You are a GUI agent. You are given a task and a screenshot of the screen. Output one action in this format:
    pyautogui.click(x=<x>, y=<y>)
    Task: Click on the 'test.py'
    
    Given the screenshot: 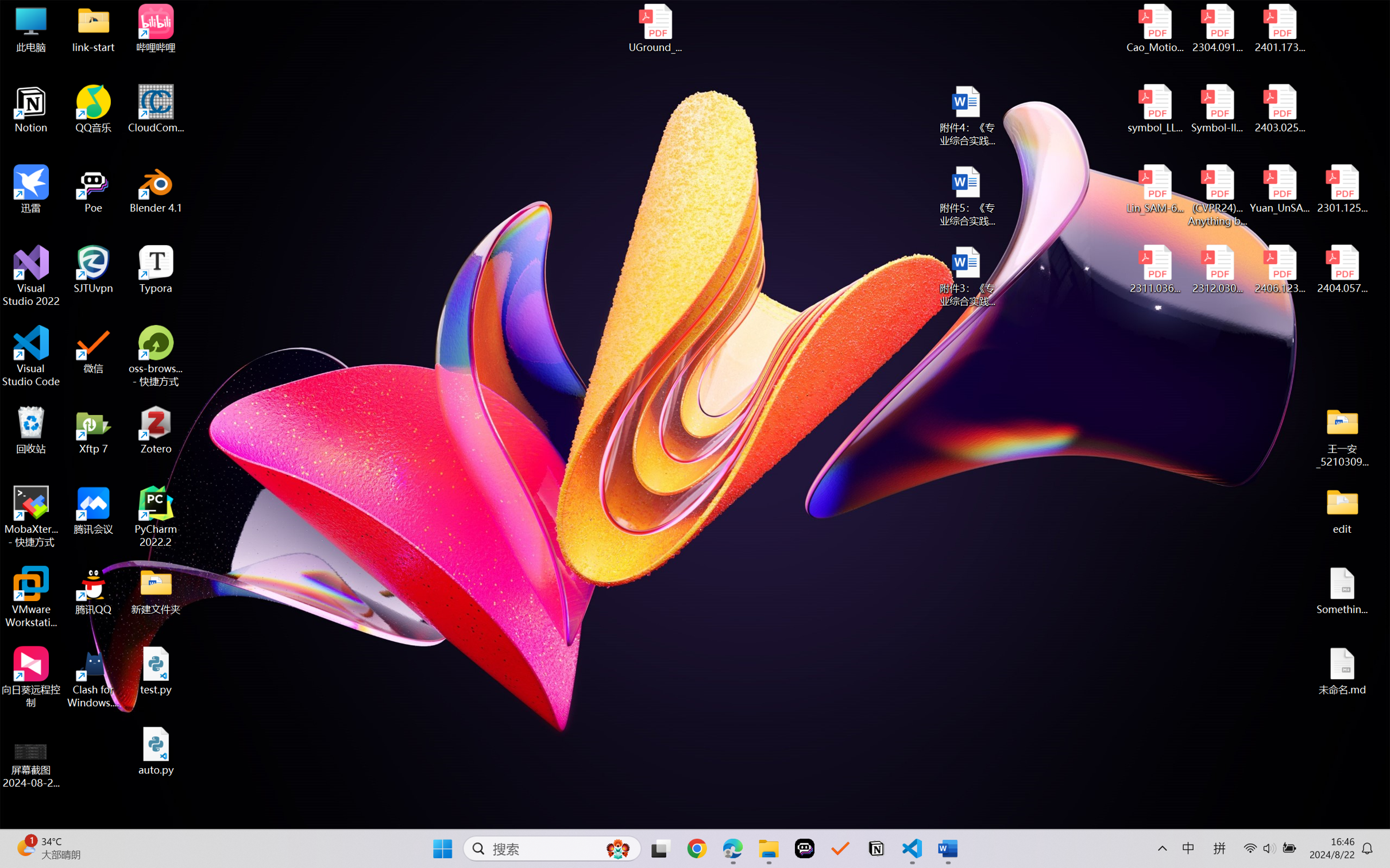 What is the action you would take?
    pyautogui.click(x=156, y=670)
    